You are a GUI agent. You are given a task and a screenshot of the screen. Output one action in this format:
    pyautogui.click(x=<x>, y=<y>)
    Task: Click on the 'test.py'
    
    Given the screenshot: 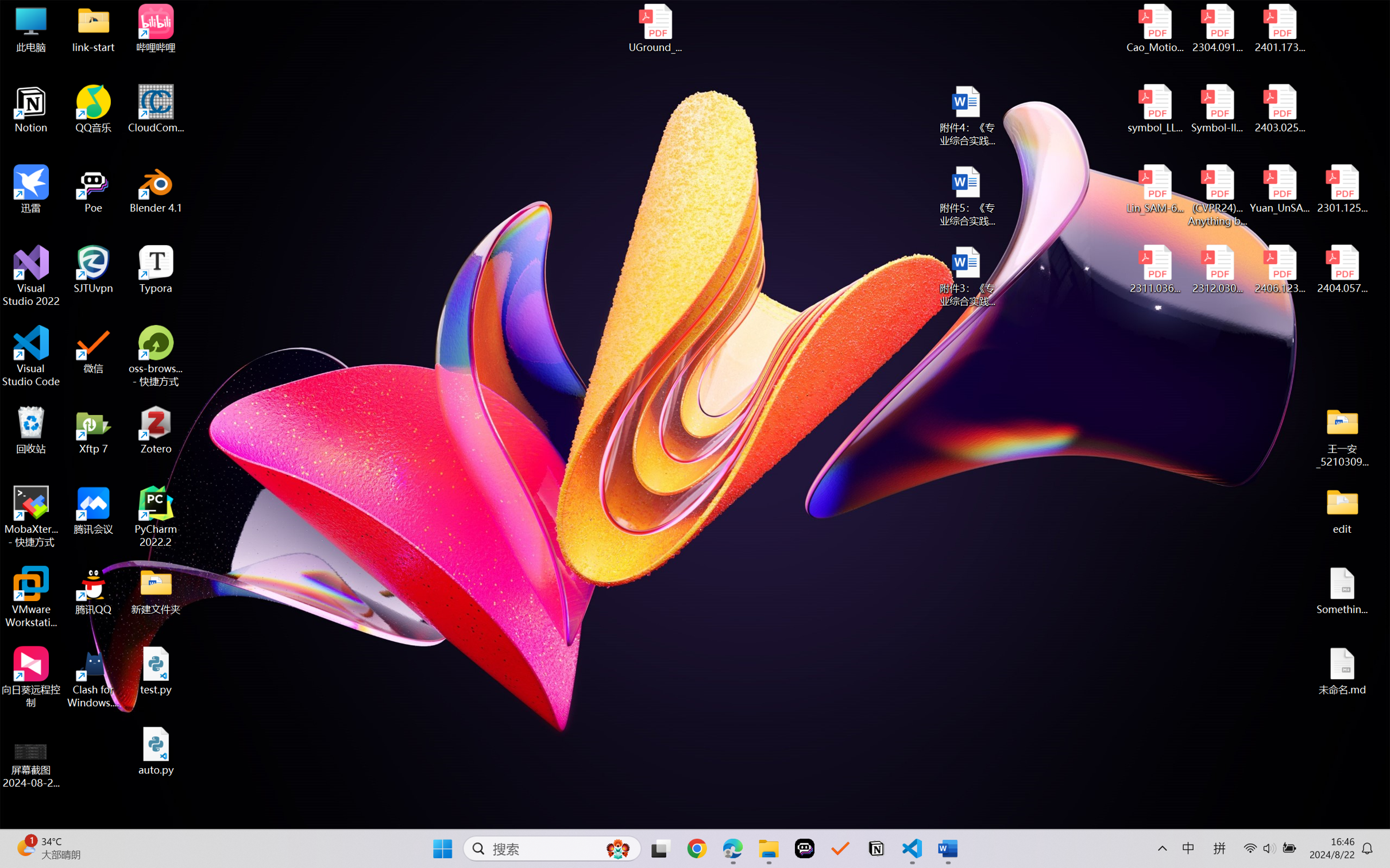 What is the action you would take?
    pyautogui.click(x=156, y=670)
    